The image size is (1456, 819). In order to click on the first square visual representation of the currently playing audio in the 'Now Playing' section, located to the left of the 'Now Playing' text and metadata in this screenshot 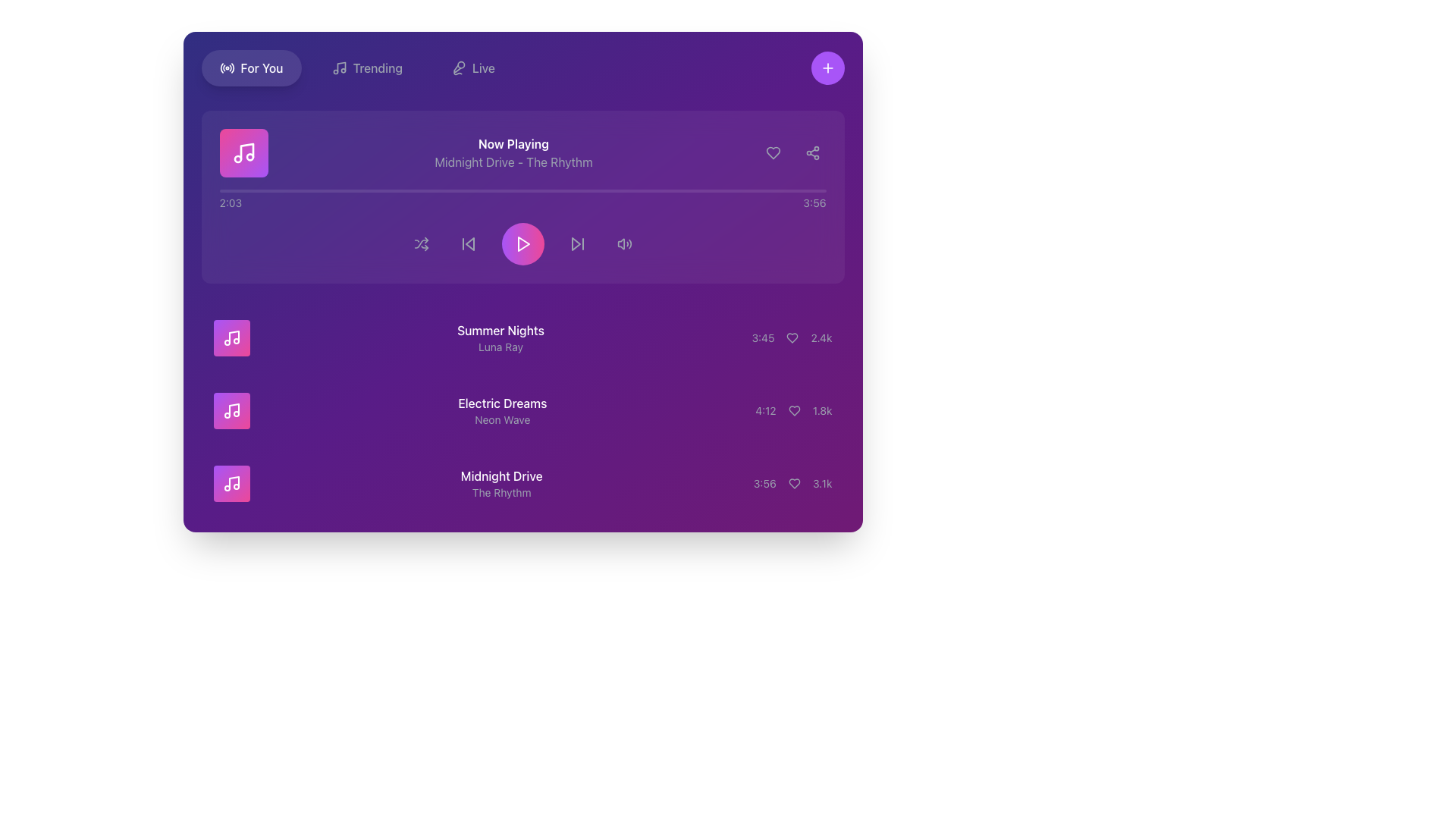, I will do `click(243, 152)`.